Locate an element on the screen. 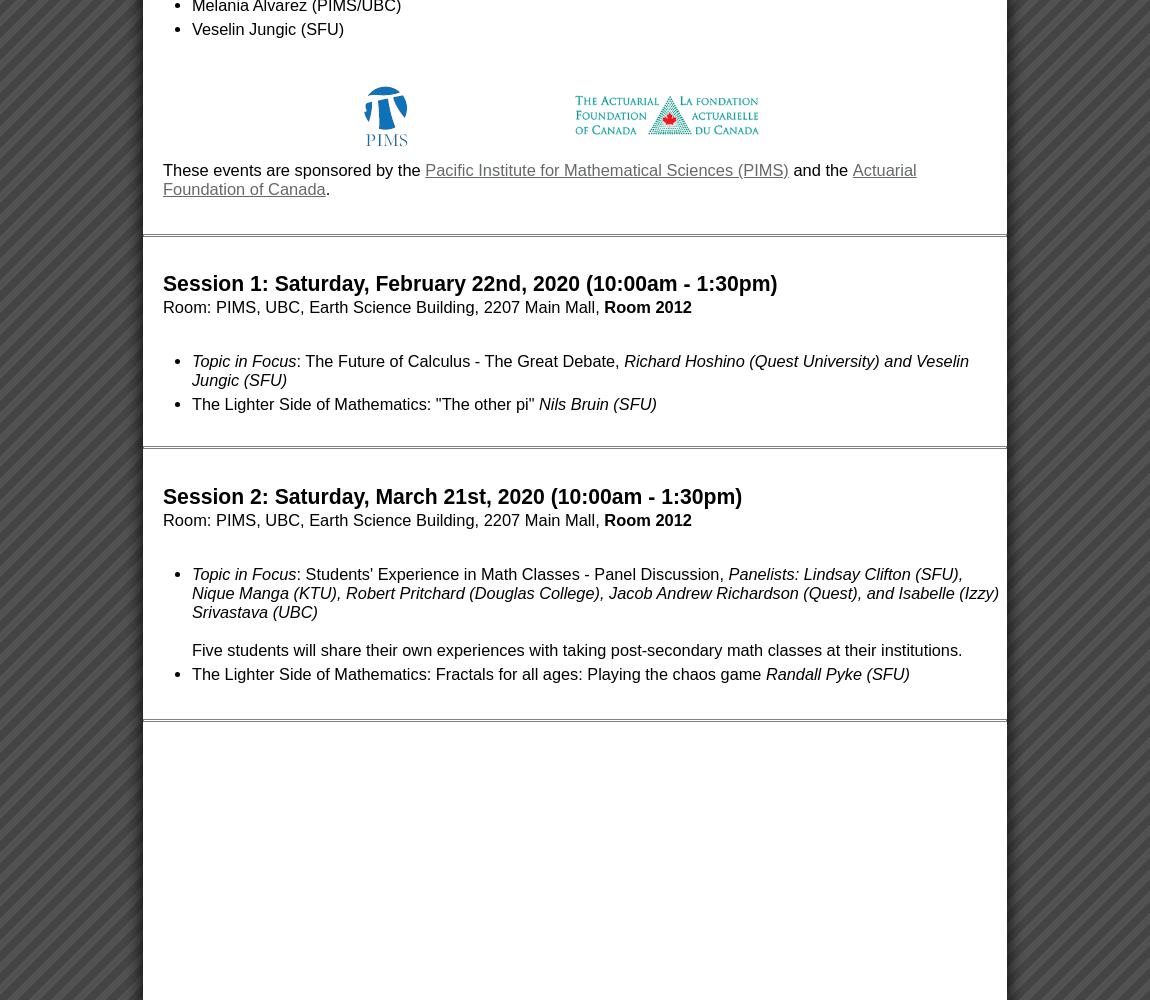 This screenshot has height=1000, width=1150. 'Actuarial Foundation of Canada' is located at coordinates (539, 179).